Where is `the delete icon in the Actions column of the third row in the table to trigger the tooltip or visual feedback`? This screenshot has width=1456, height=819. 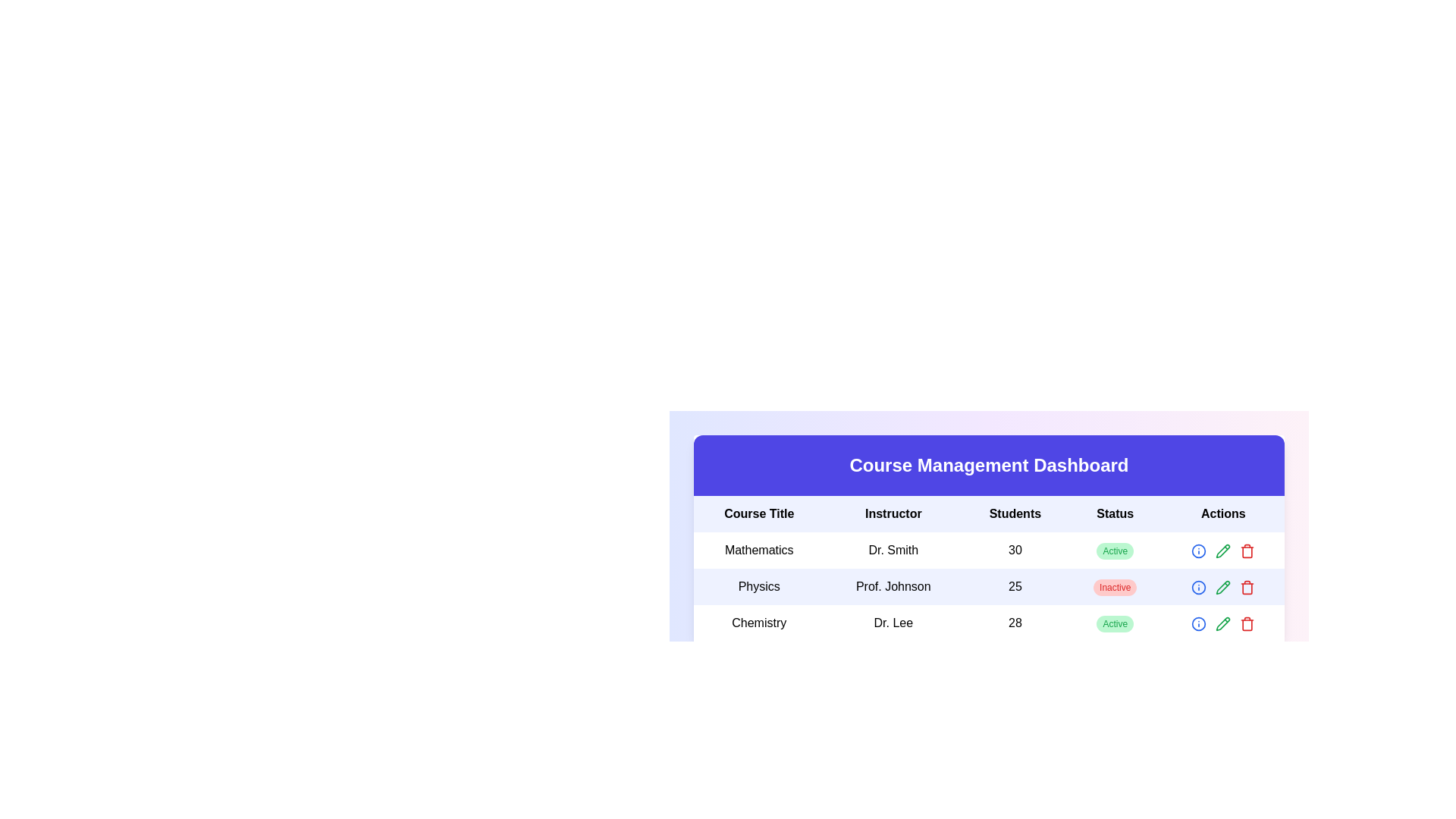
the delete icon in the Actions column of the third row in the table to trigger the tooltip or visual feedback is located at coordinates (1247, 552).